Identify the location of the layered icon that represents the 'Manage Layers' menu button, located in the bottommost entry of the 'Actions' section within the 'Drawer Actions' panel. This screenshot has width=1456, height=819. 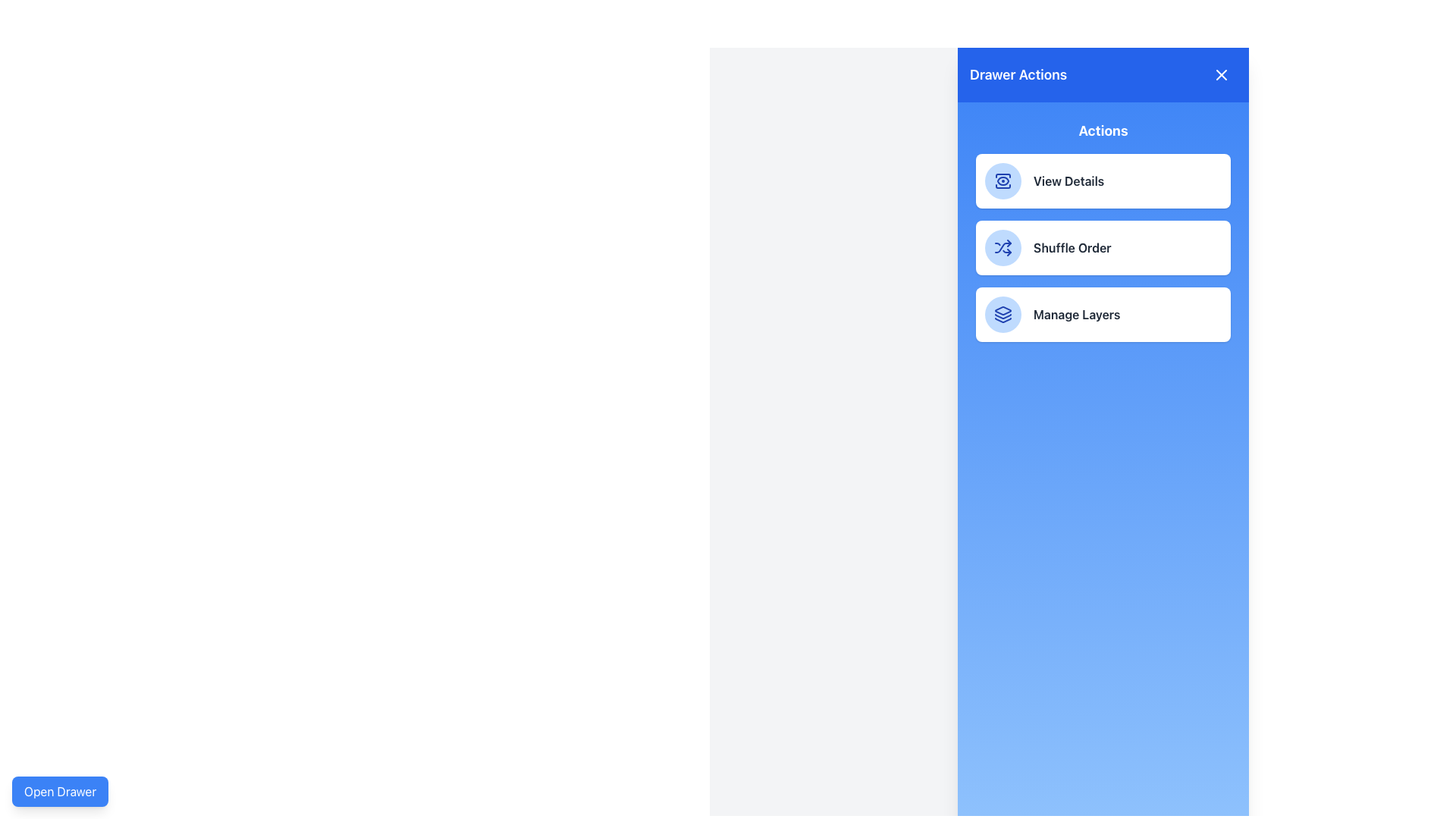
(1003, 314).